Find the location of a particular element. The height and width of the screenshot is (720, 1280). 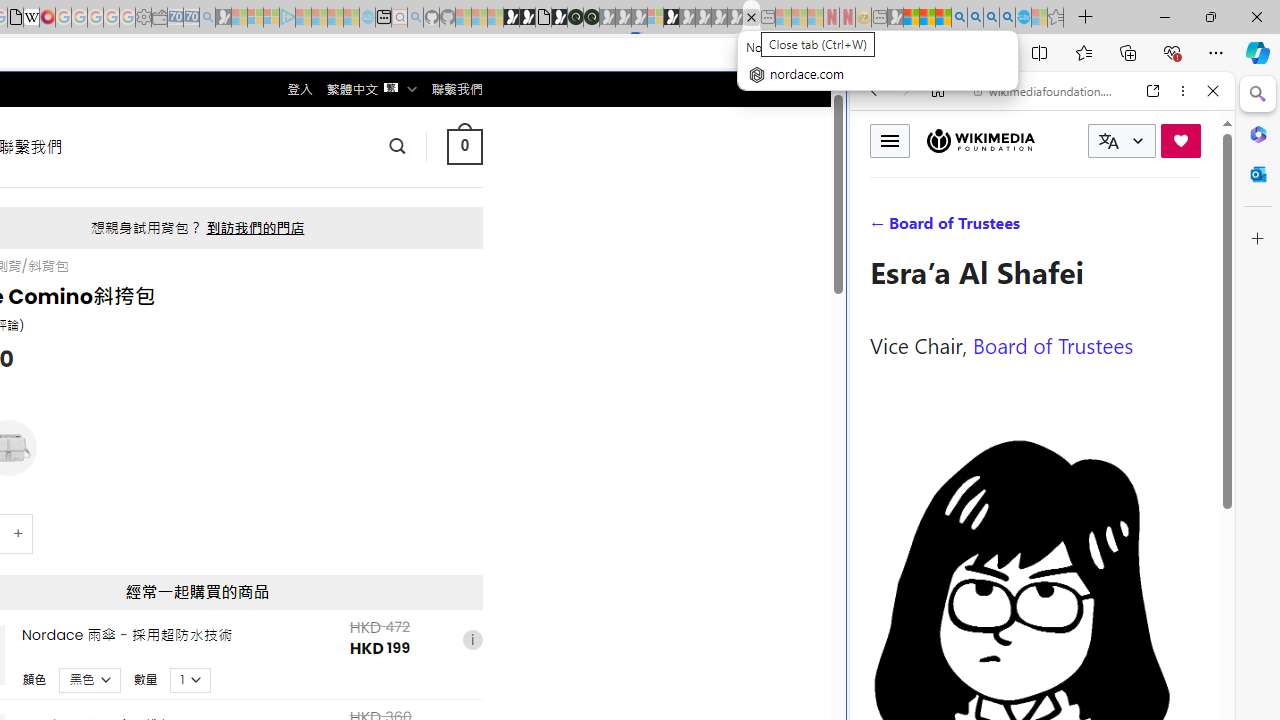

'VIDEOS' is located at coordinates (1006, 227).